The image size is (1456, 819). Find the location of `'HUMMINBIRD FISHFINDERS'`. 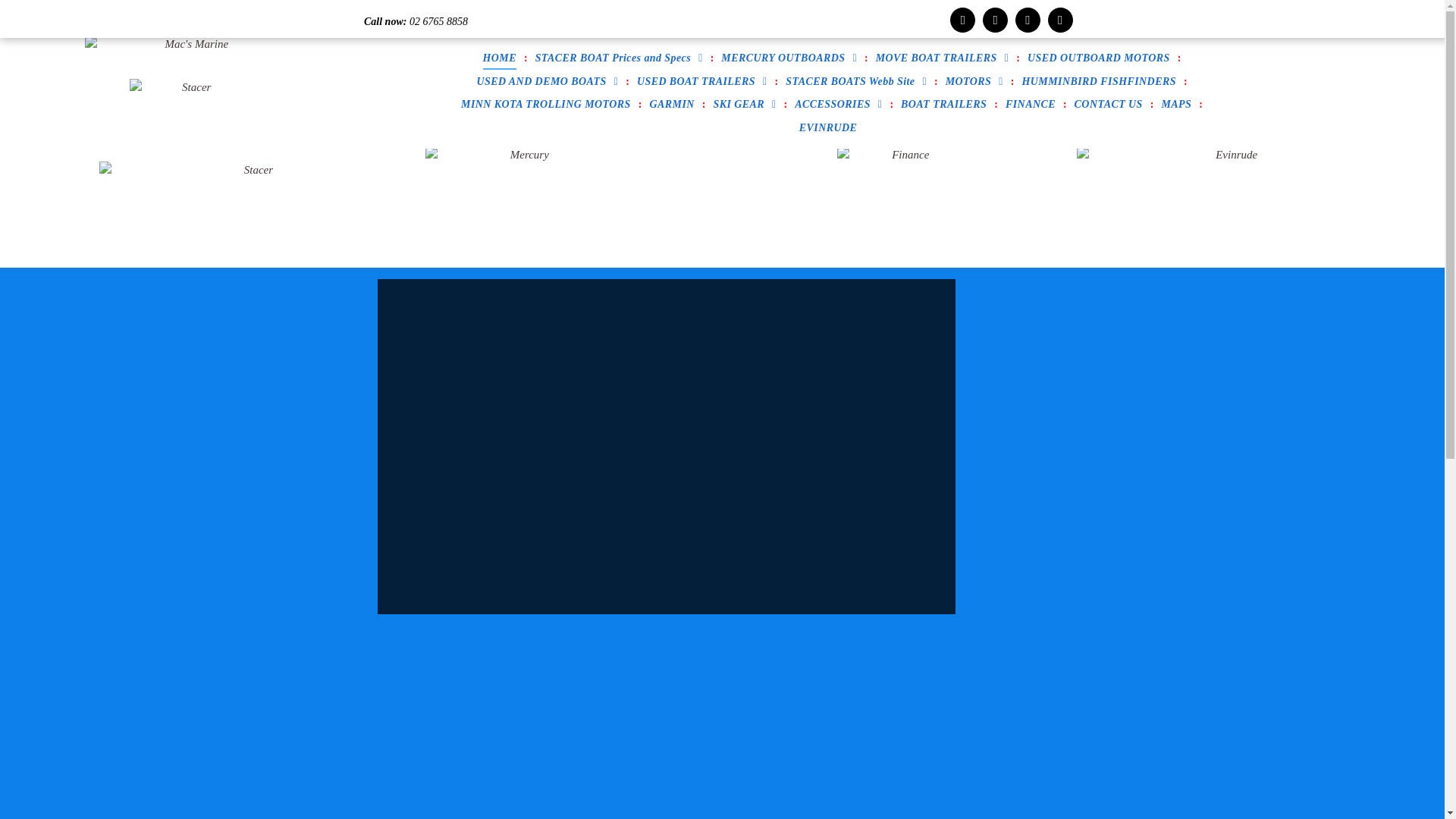

'HUMMINBIRD FISHFINDERS' is located at coordinates (1099, 81).